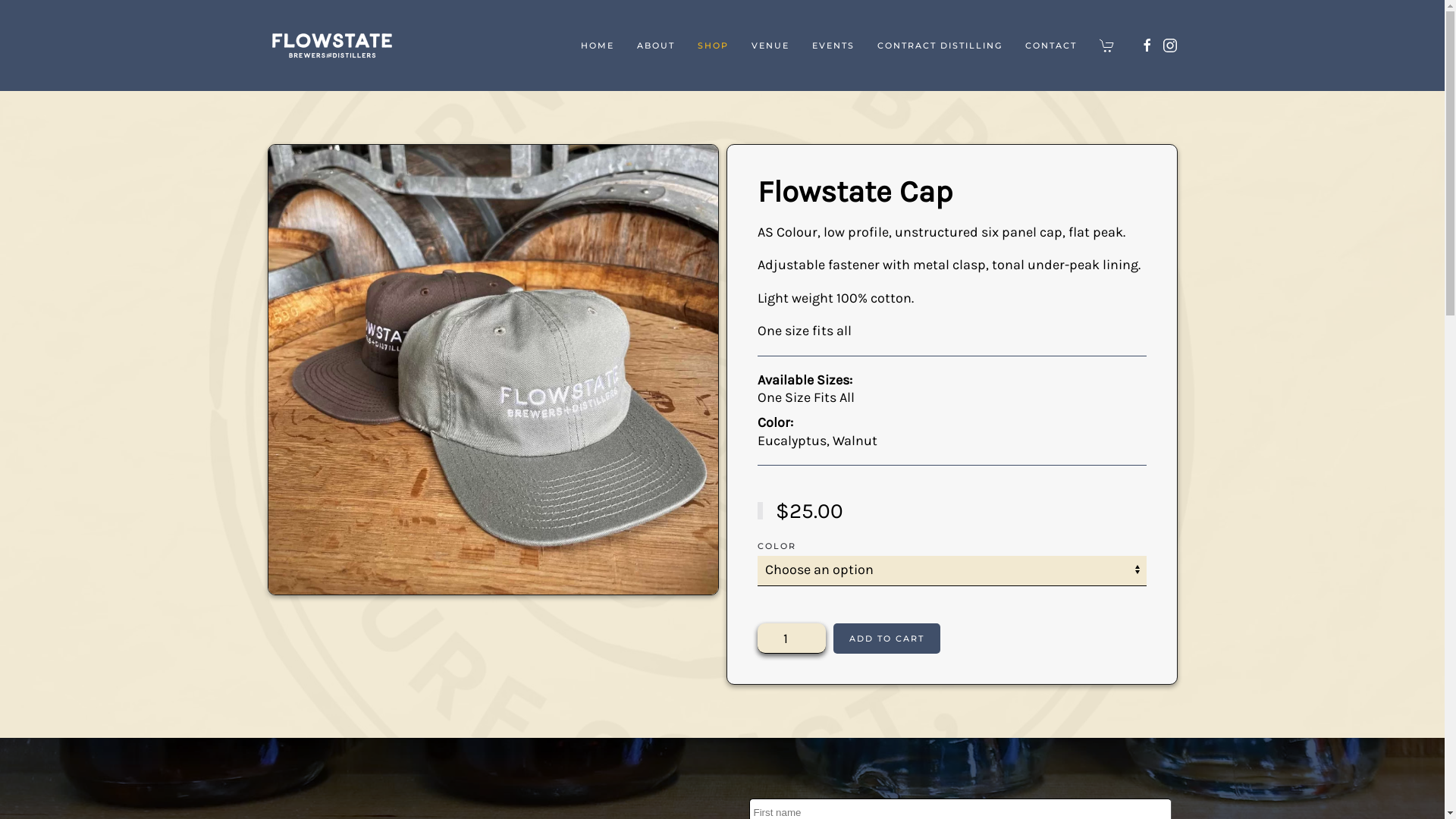 The image size is (1456, 819). What do you see at coordinates (886, 638) in the screenshot?
I see `'ADD TO CART'` at bounding box center [886, 638].